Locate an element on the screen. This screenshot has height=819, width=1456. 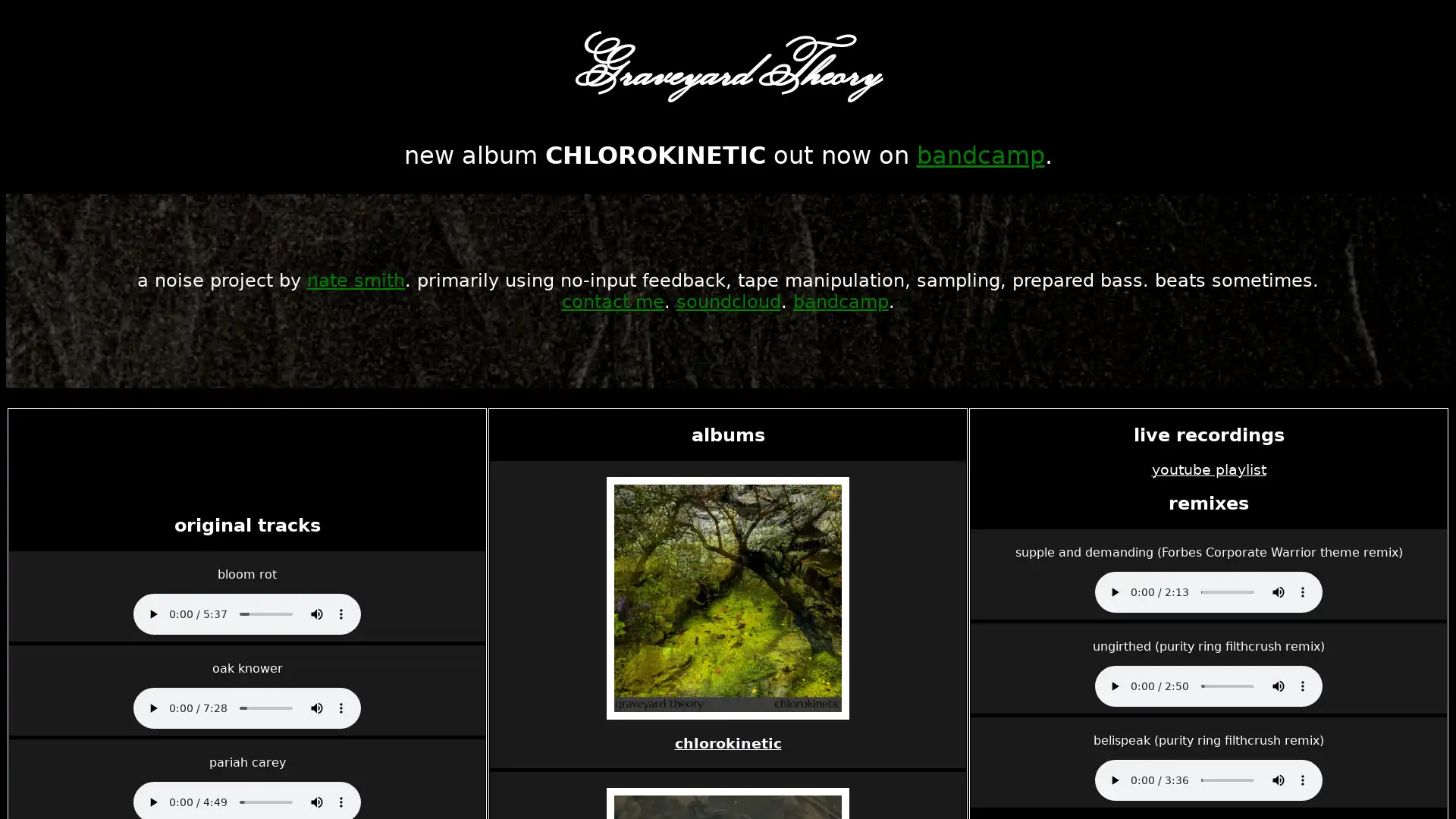
show more media controls is located at coordinates (1302, 591).